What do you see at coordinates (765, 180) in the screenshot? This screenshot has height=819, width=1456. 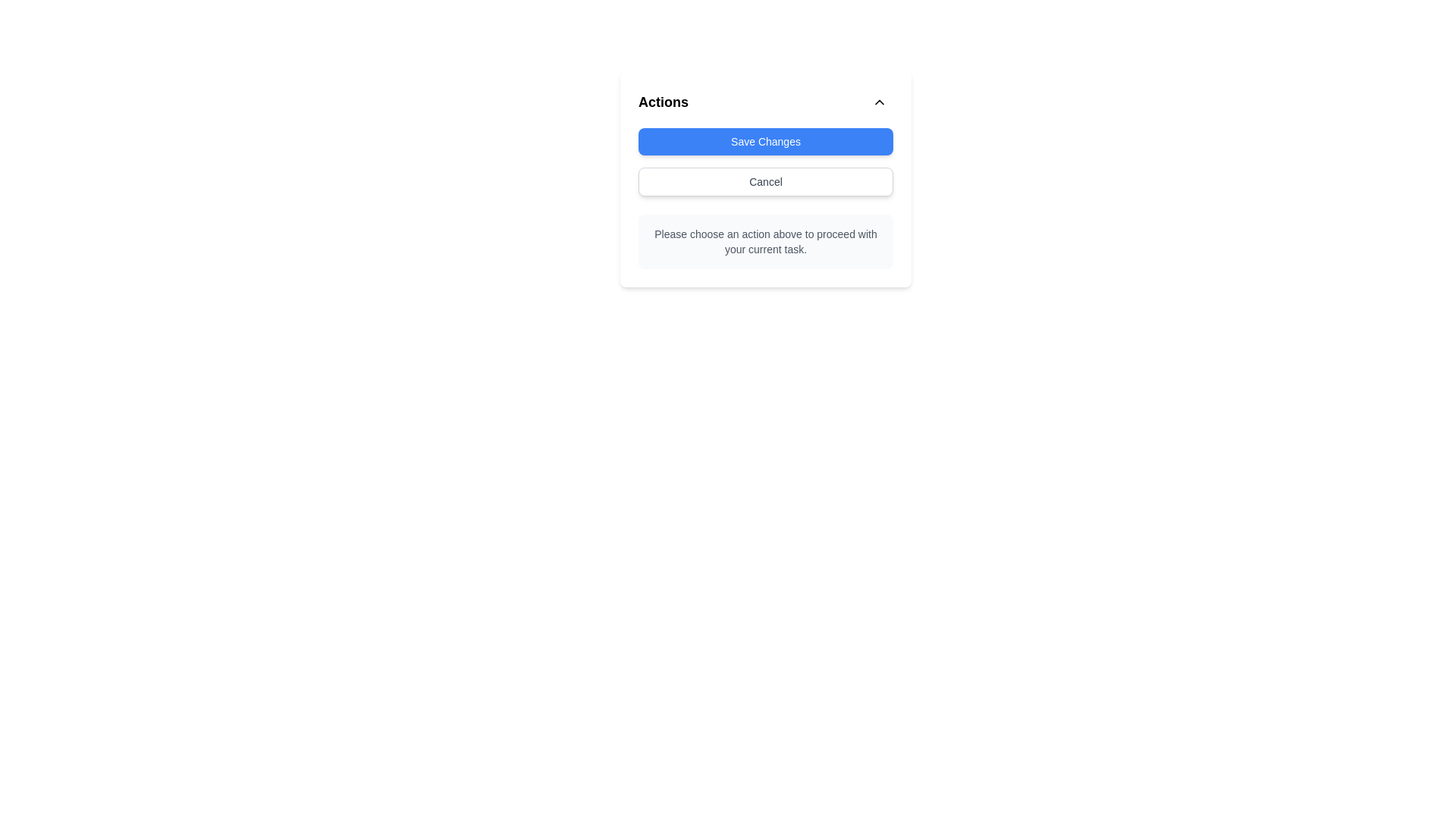 I see `the 'Cancel' button, which is a rectangular button with gray text on a white background, located below the 'Save Changes' button` at bounding box center [765, 180].